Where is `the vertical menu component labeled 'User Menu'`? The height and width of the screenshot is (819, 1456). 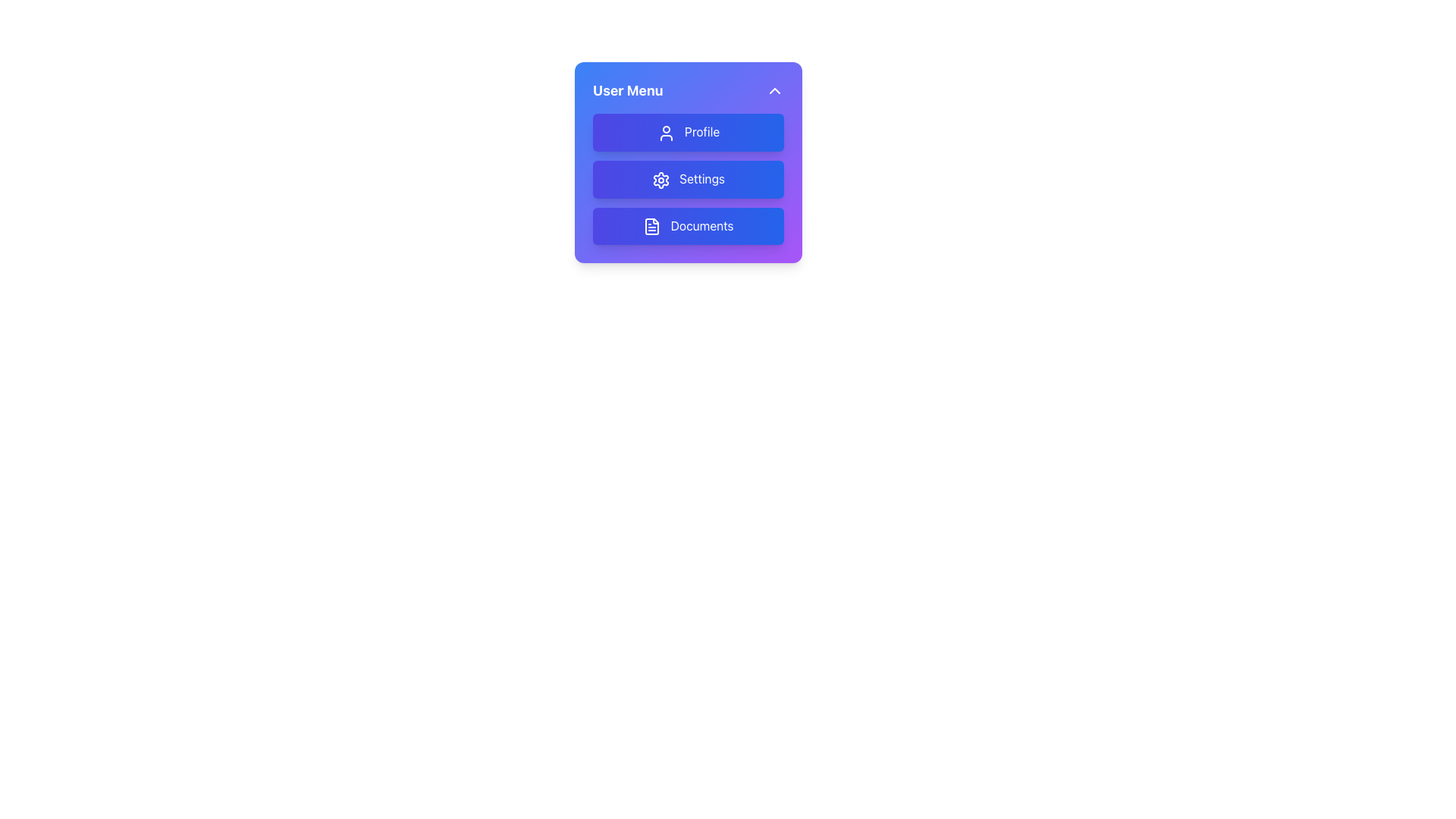 the vertical menu component labeled 'User Menu' is located at coordinates (687, 177).